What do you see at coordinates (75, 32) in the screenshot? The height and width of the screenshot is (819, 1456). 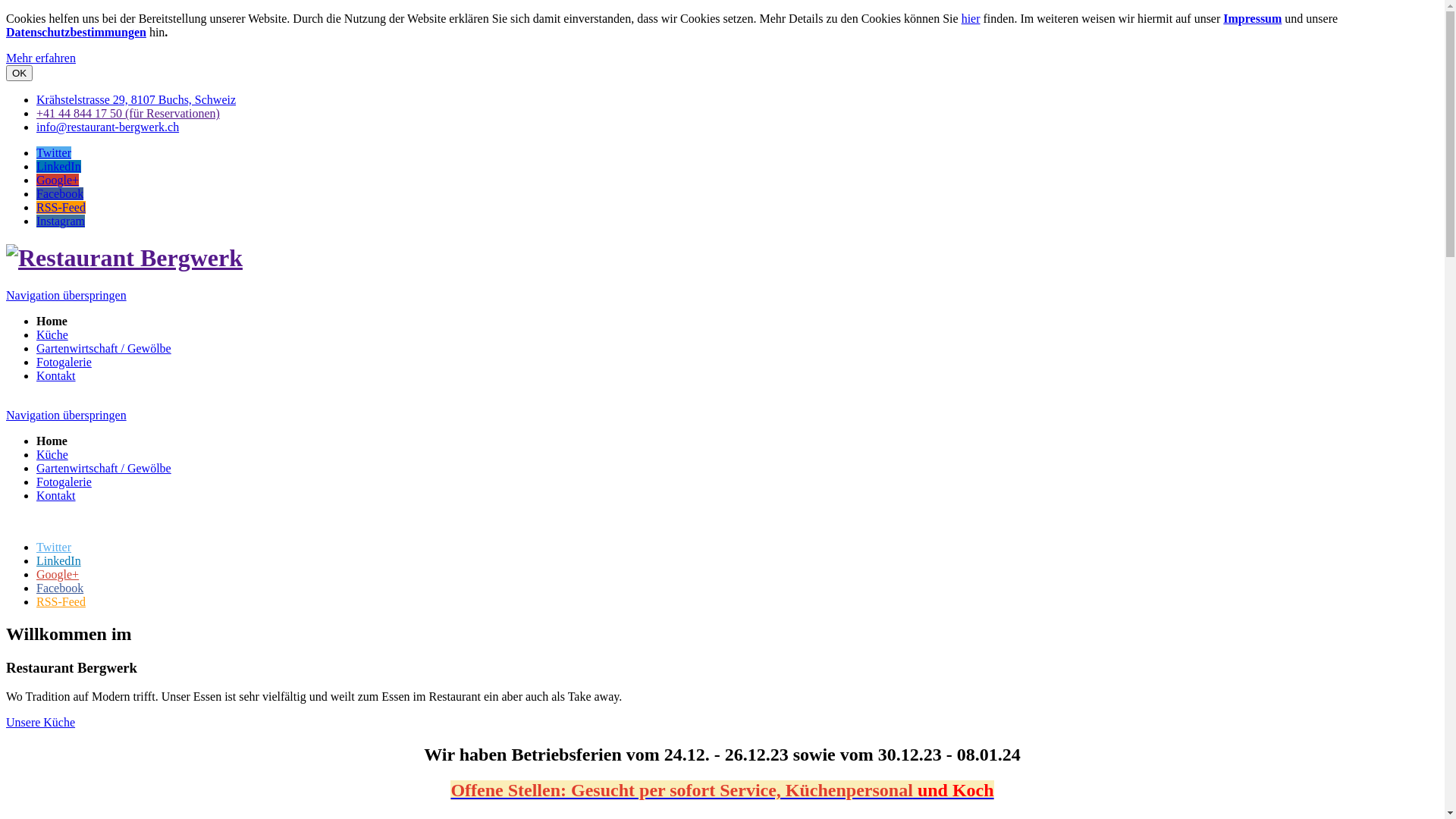 I see `'Datenschutzbestimmungen'` at bounding box center [75, 32].